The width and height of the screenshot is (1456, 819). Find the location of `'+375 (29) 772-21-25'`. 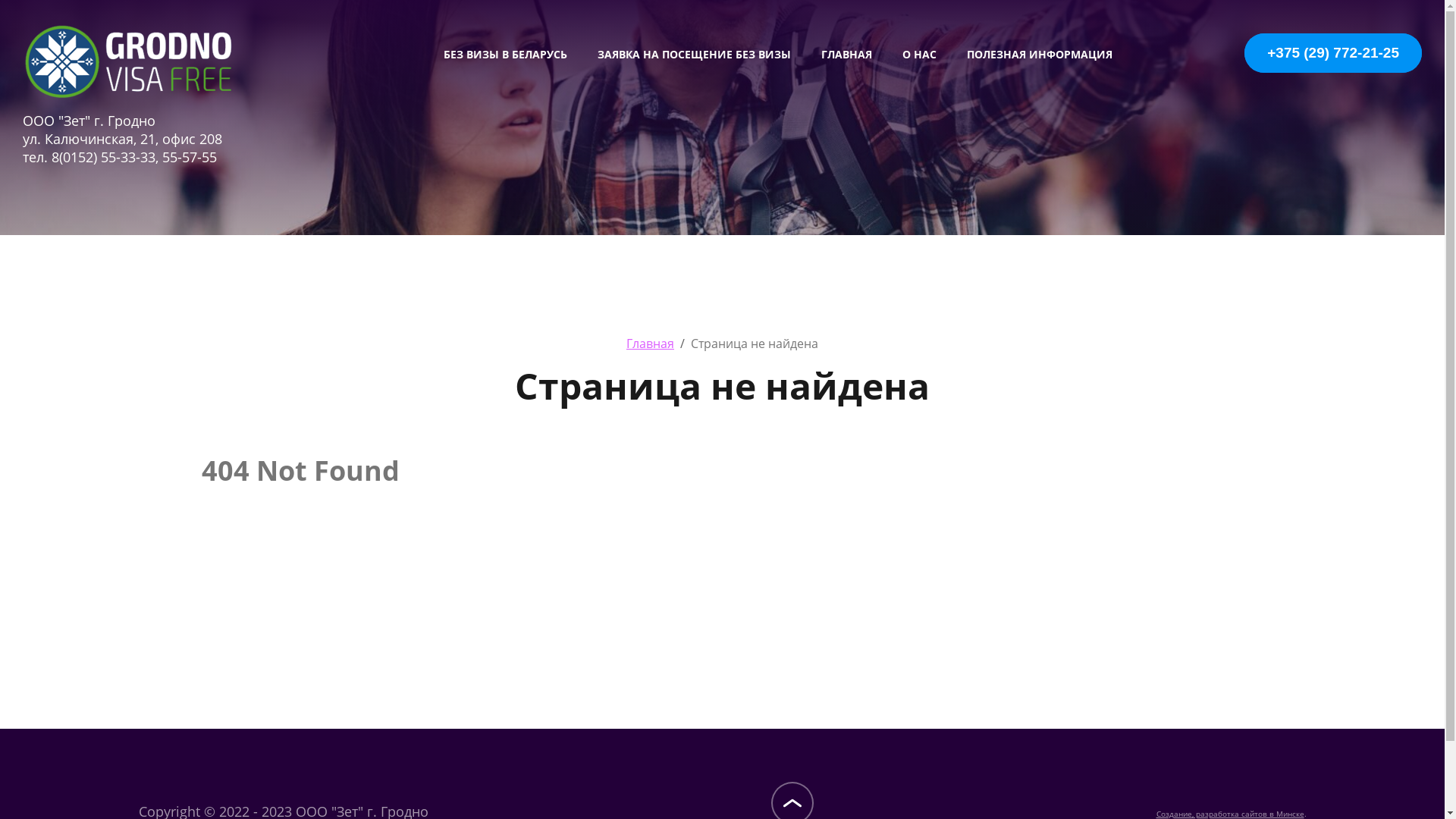

'+375 (29) 772-21-25' is located at coordinates (1358, 61).